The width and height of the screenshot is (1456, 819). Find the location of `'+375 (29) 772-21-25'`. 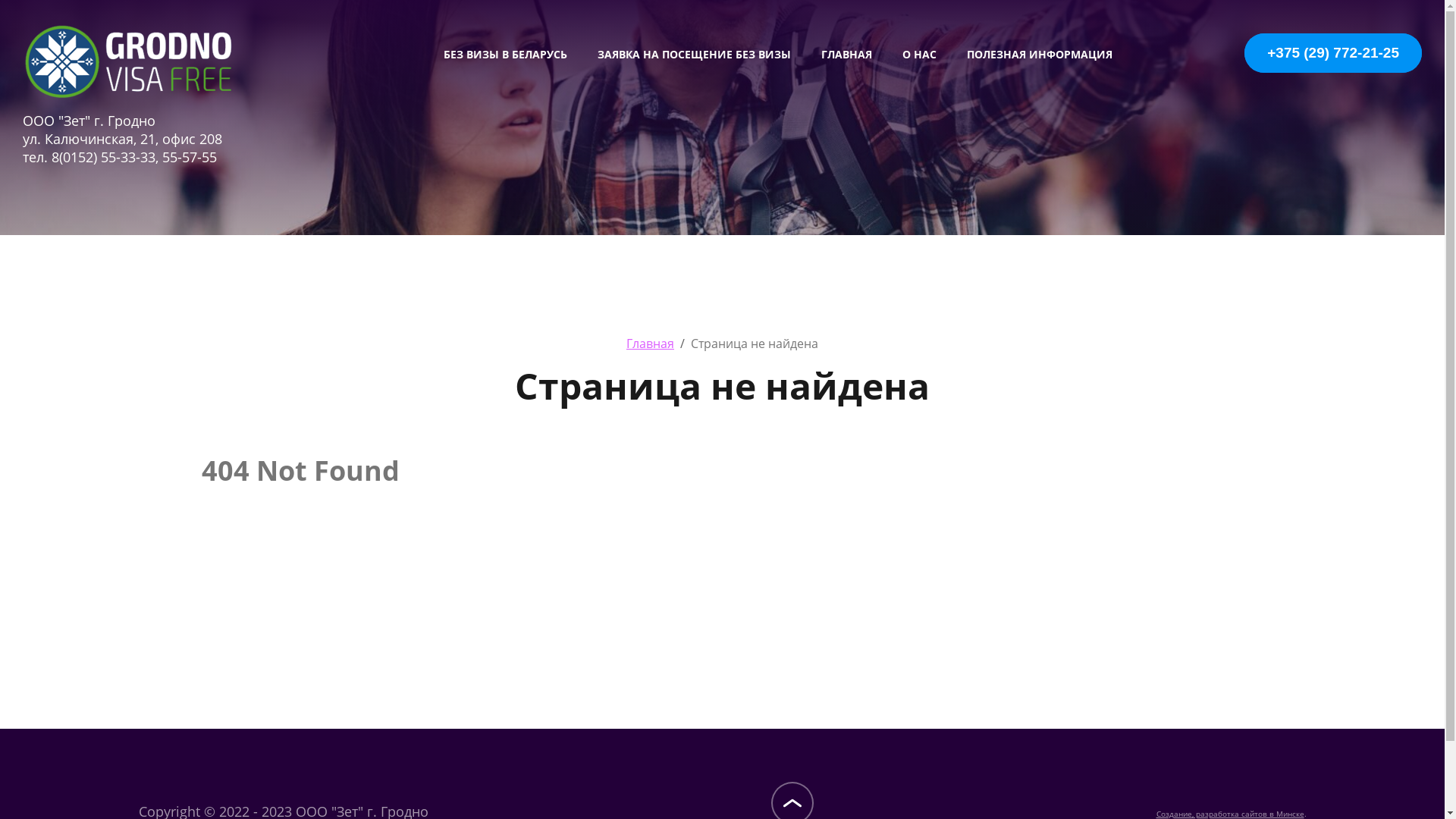

'+375 (29) 772-21-25' is located at coordinates (1358, 61).